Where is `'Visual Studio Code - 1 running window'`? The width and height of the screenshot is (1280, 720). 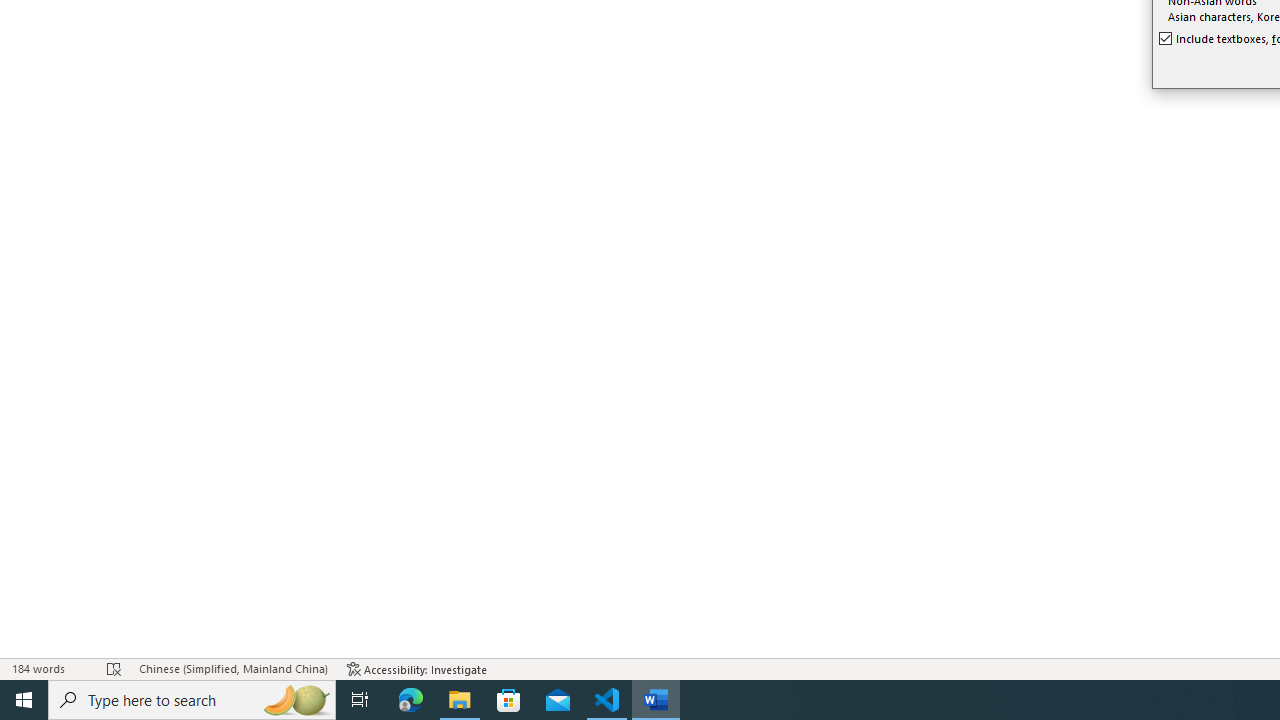 'Visual Studio Code - 1 running window' is located at coordinates (606, 698).